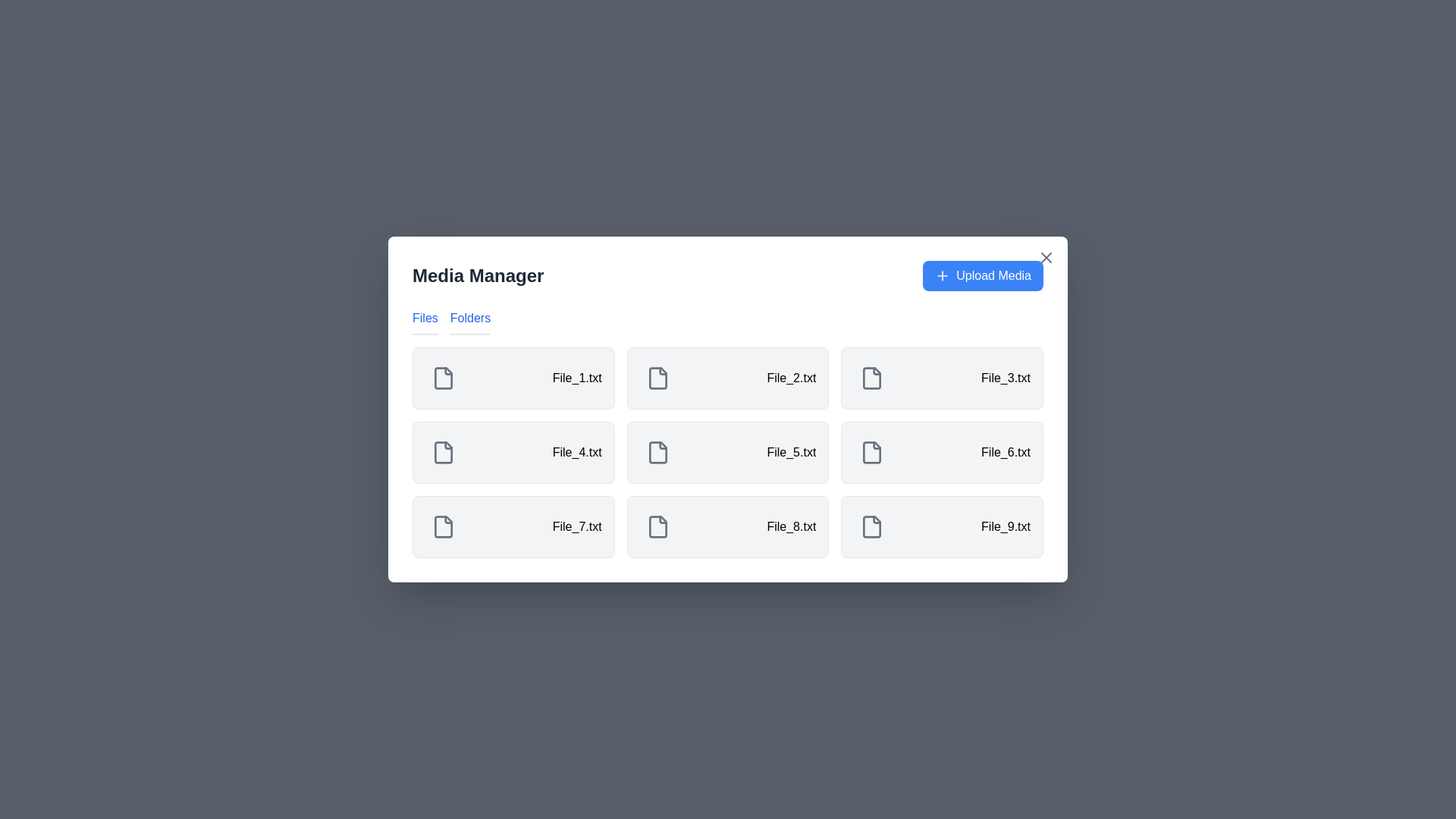 The width and height of the screenshot is (1456, 819). Describe the element at coordinates (425, 321) in the screenshot. I see `the 'Files' tab in the navigation area to trigger potential styling effects` at that location.